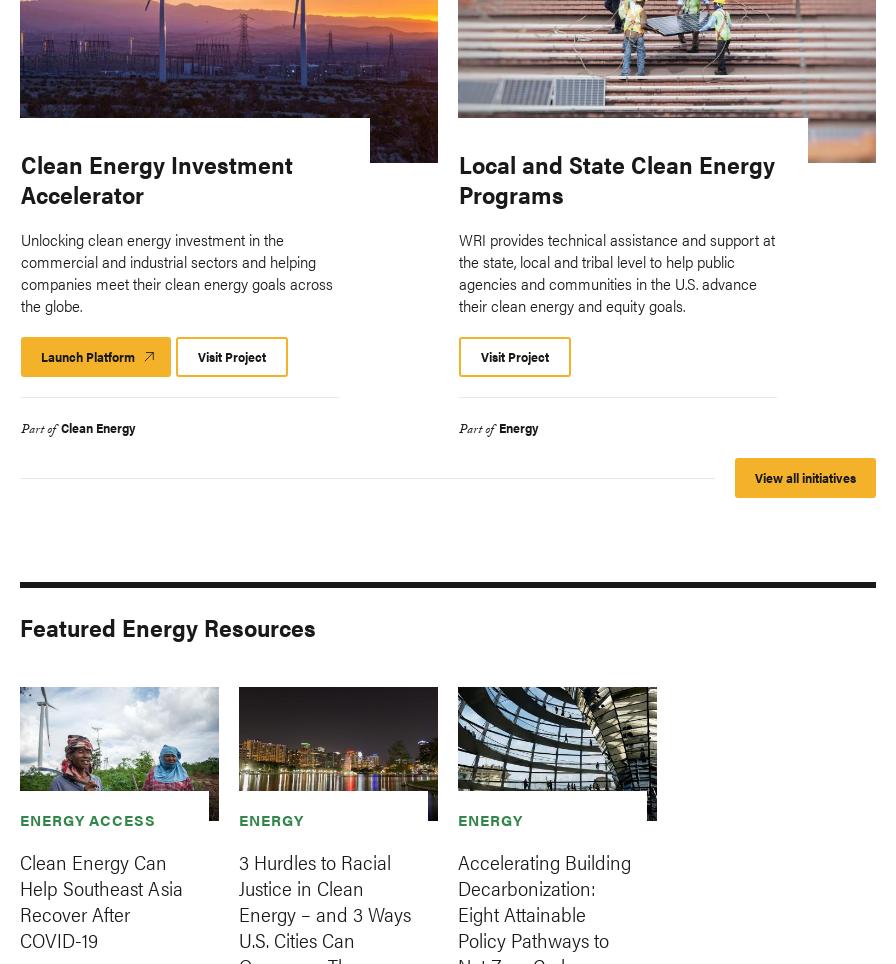 The image size is (896, 964). What do you see at coordinates (87, 818) in the screenshot?
I see `'Energy Access'` at bounding box center [87, 818].